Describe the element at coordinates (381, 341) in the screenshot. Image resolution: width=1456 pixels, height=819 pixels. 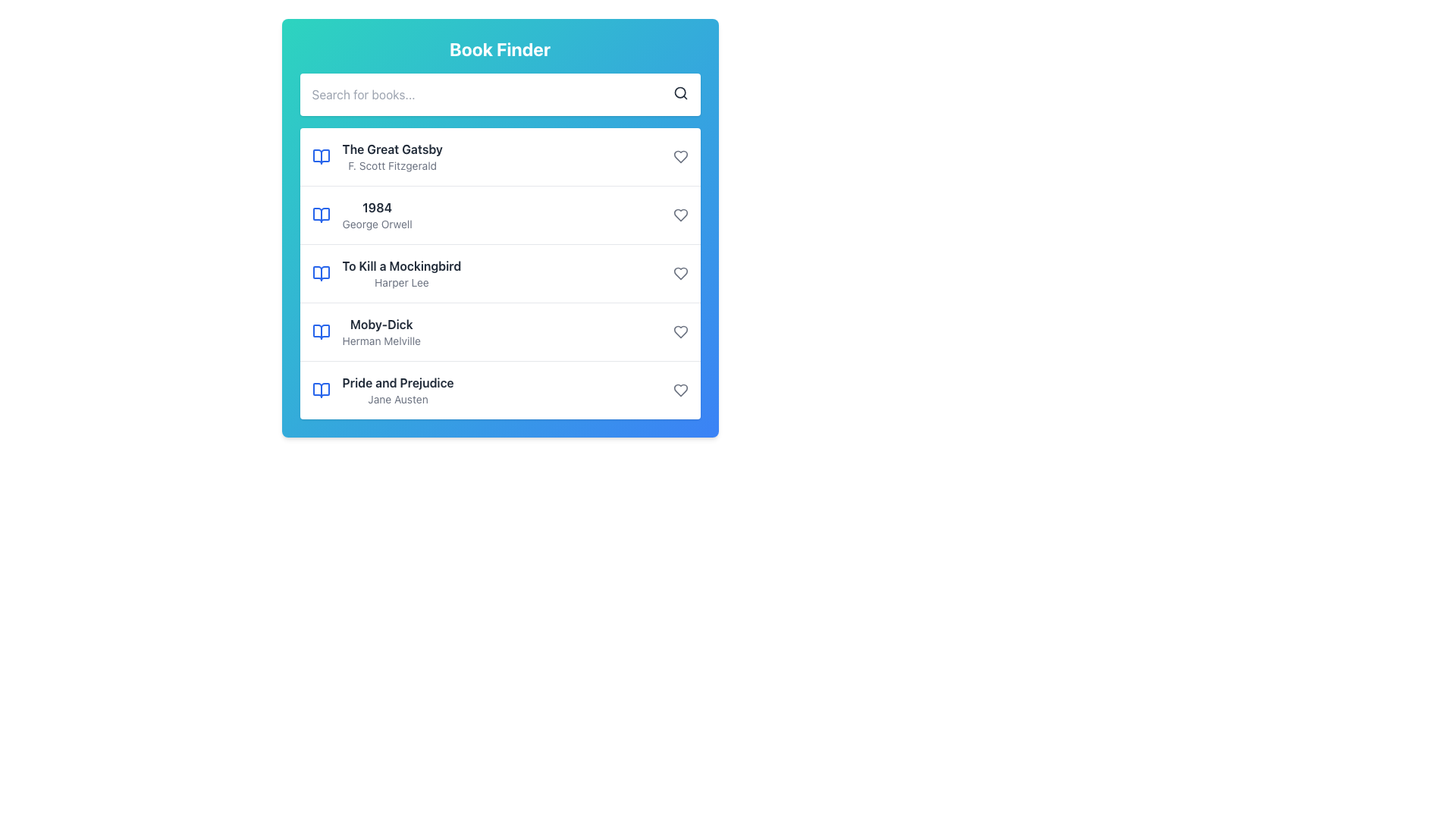
I see `the text label indicating the author of the book 'Moby-Dick', which is positioned below the book title in the list item` at that location.